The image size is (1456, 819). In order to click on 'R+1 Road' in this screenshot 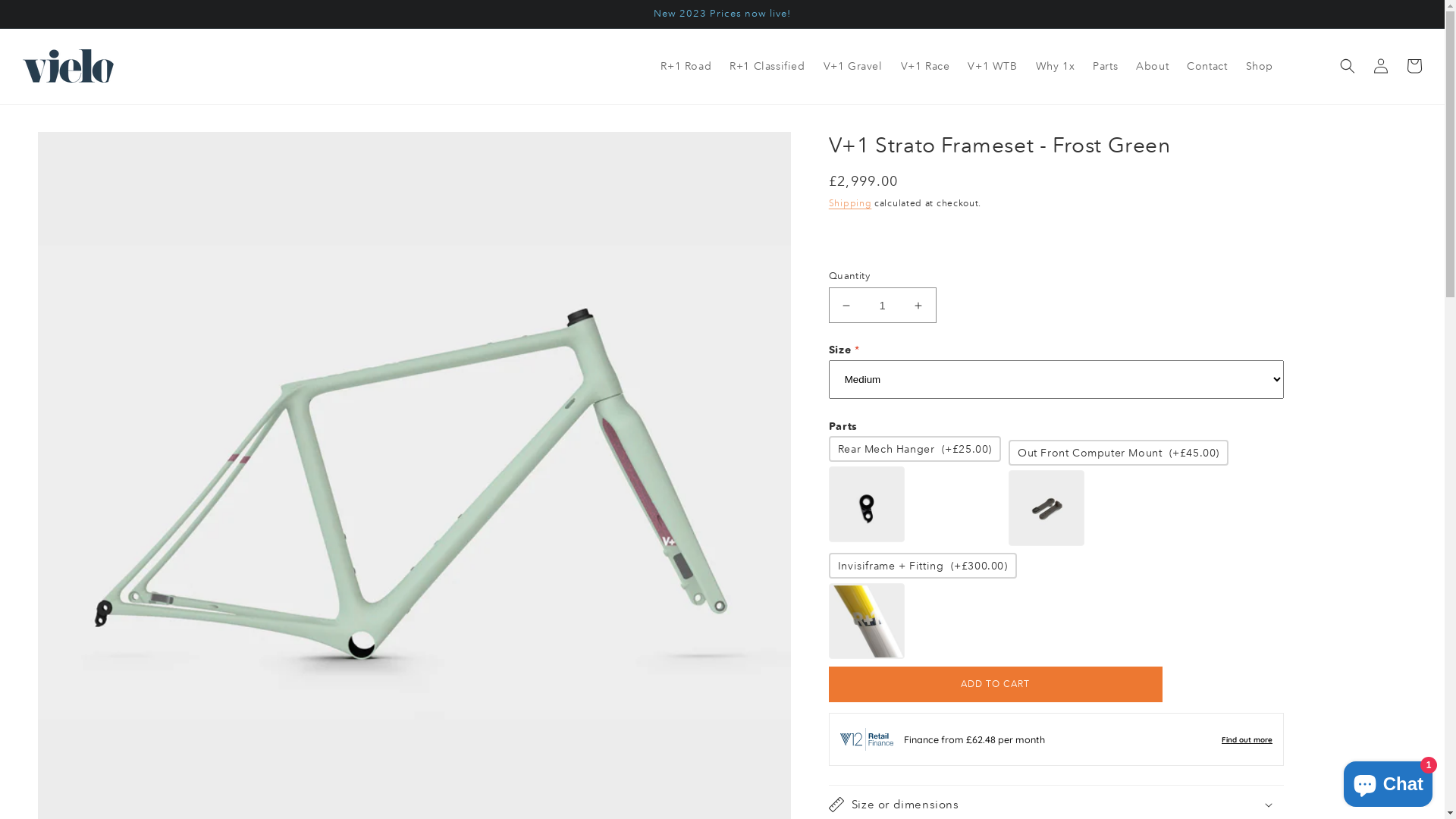, I will do `click(685, 65)`.